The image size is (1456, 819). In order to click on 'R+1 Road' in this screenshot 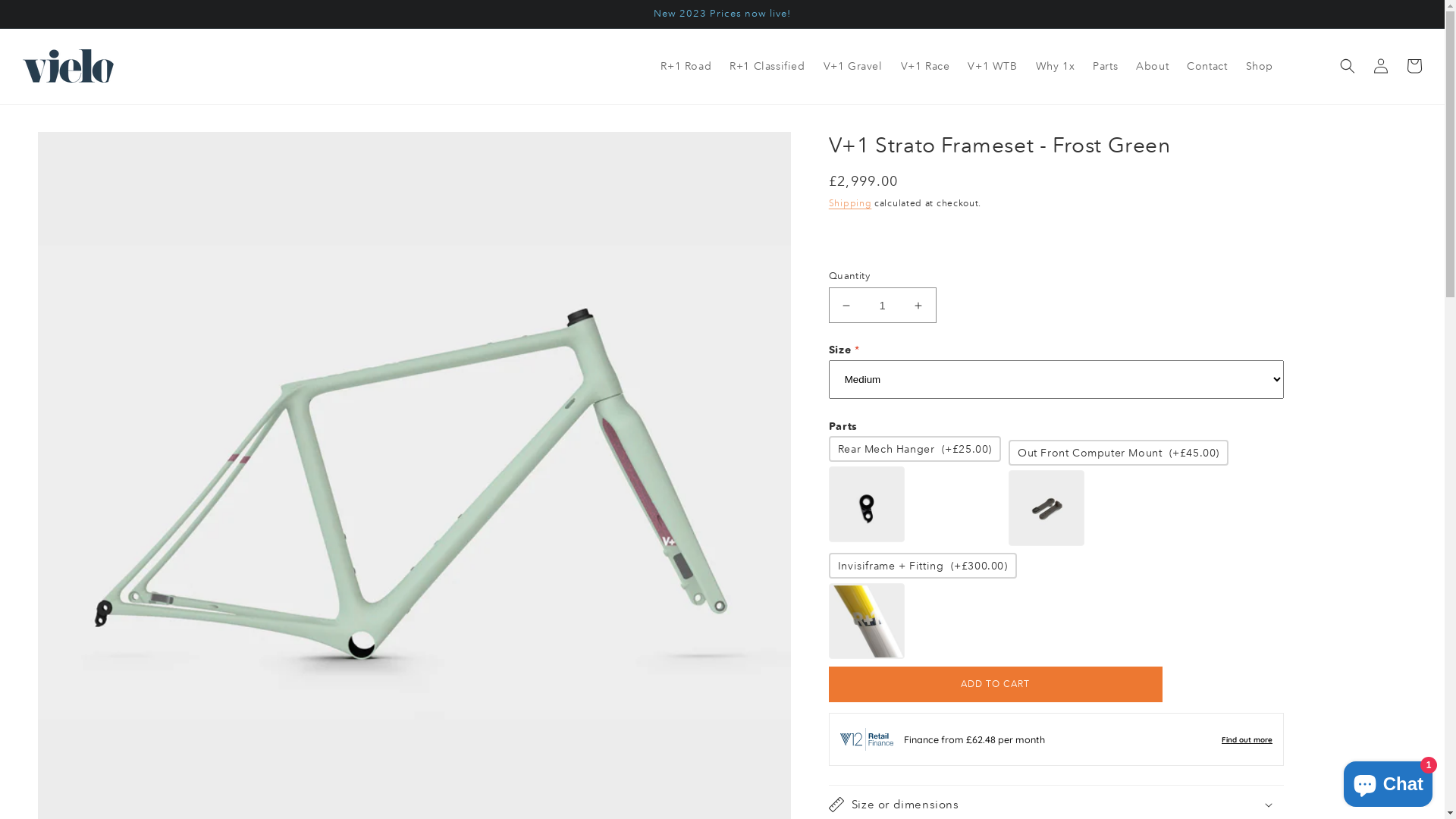, I will do `click(685, 65)`.